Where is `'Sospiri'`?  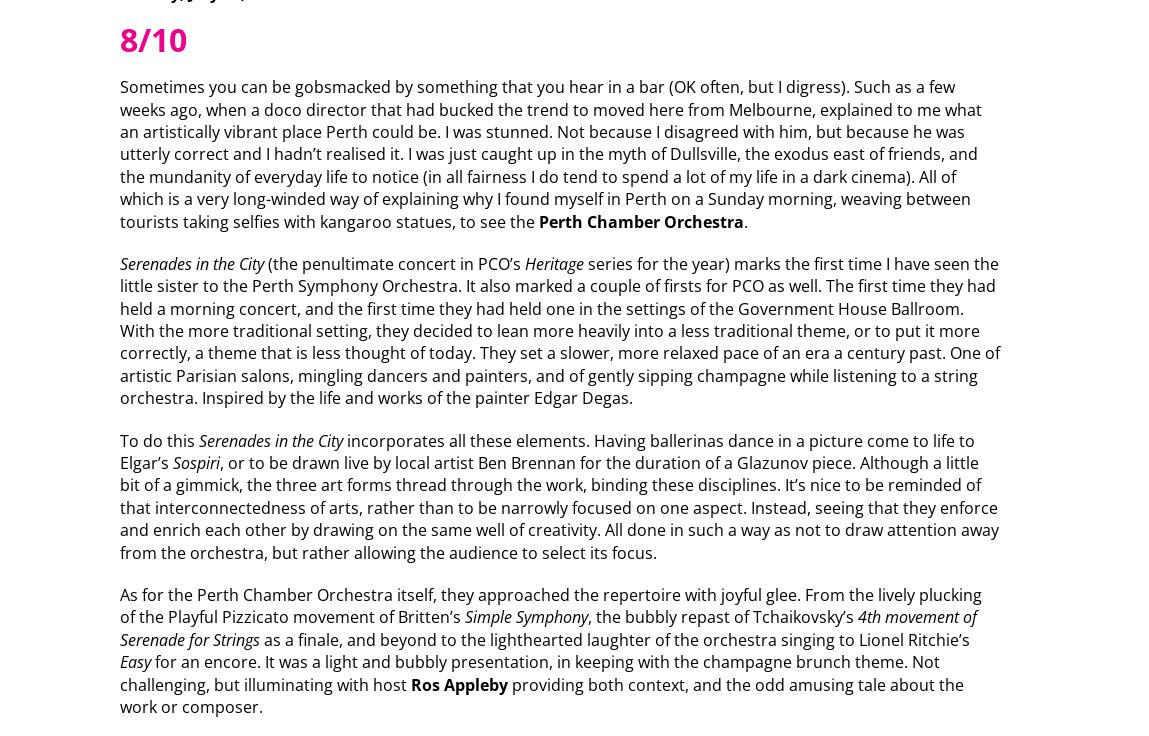
'Sospiri' is located at coordinates (194, 462).